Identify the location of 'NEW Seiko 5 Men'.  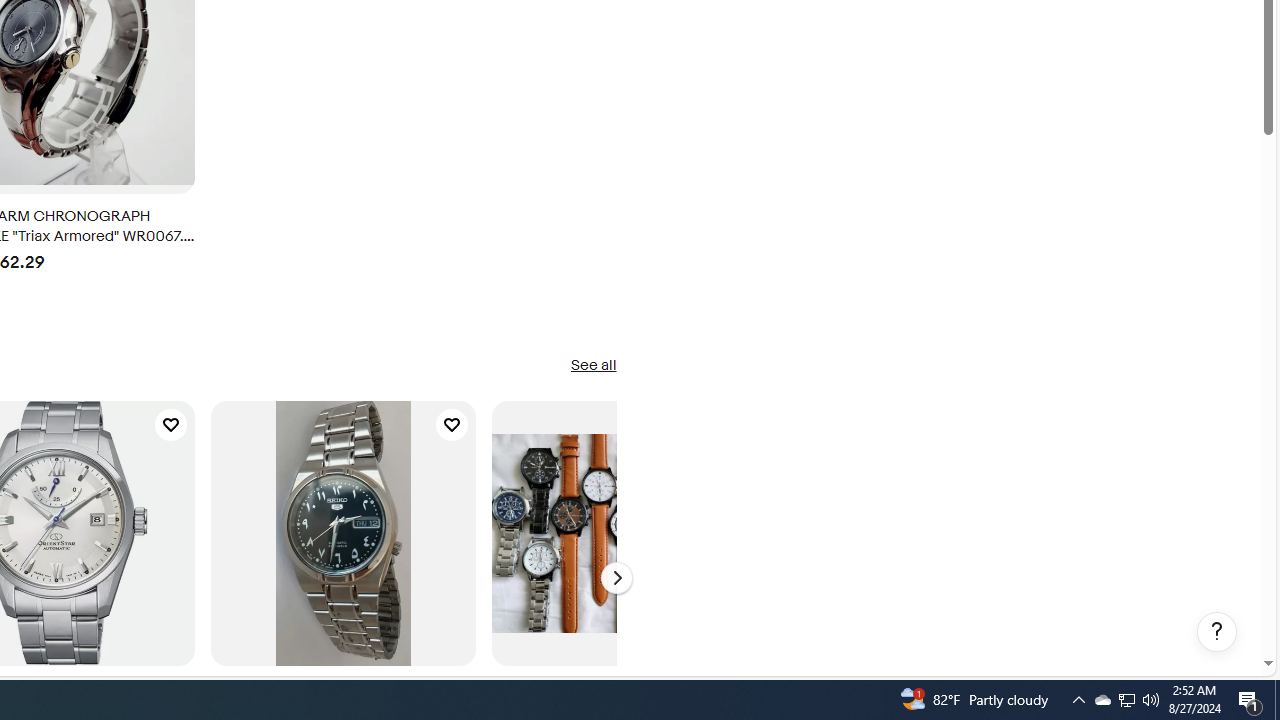
(343, 532).